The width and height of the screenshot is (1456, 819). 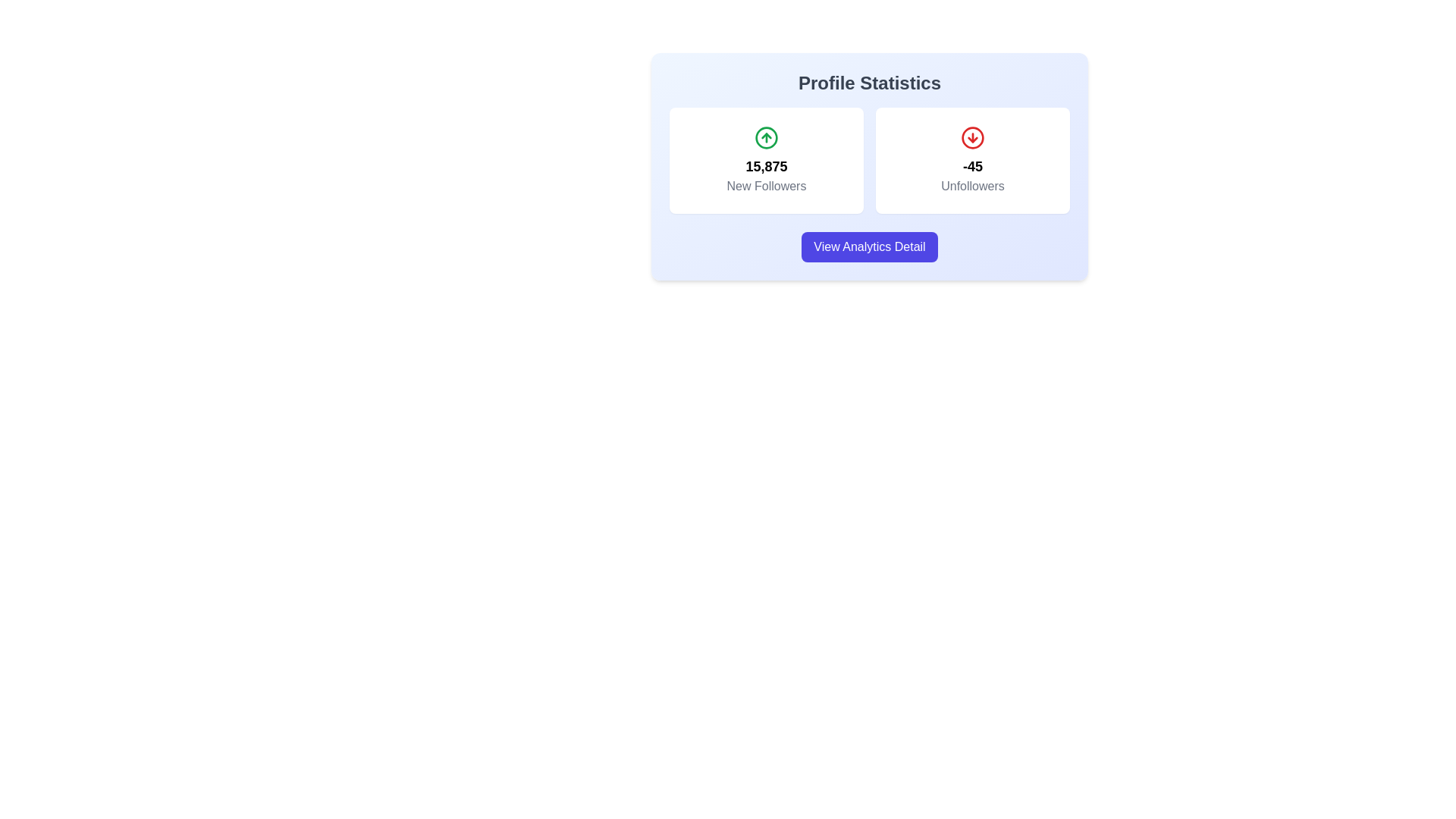 What do you see at coordinates (767, 166) in the screenshot?
I see `statistical value displayed in the Text Display indicating the count of new followers, located below the upward arrow icon and above the label 'New Followers'` at bounding box center [767, 166].